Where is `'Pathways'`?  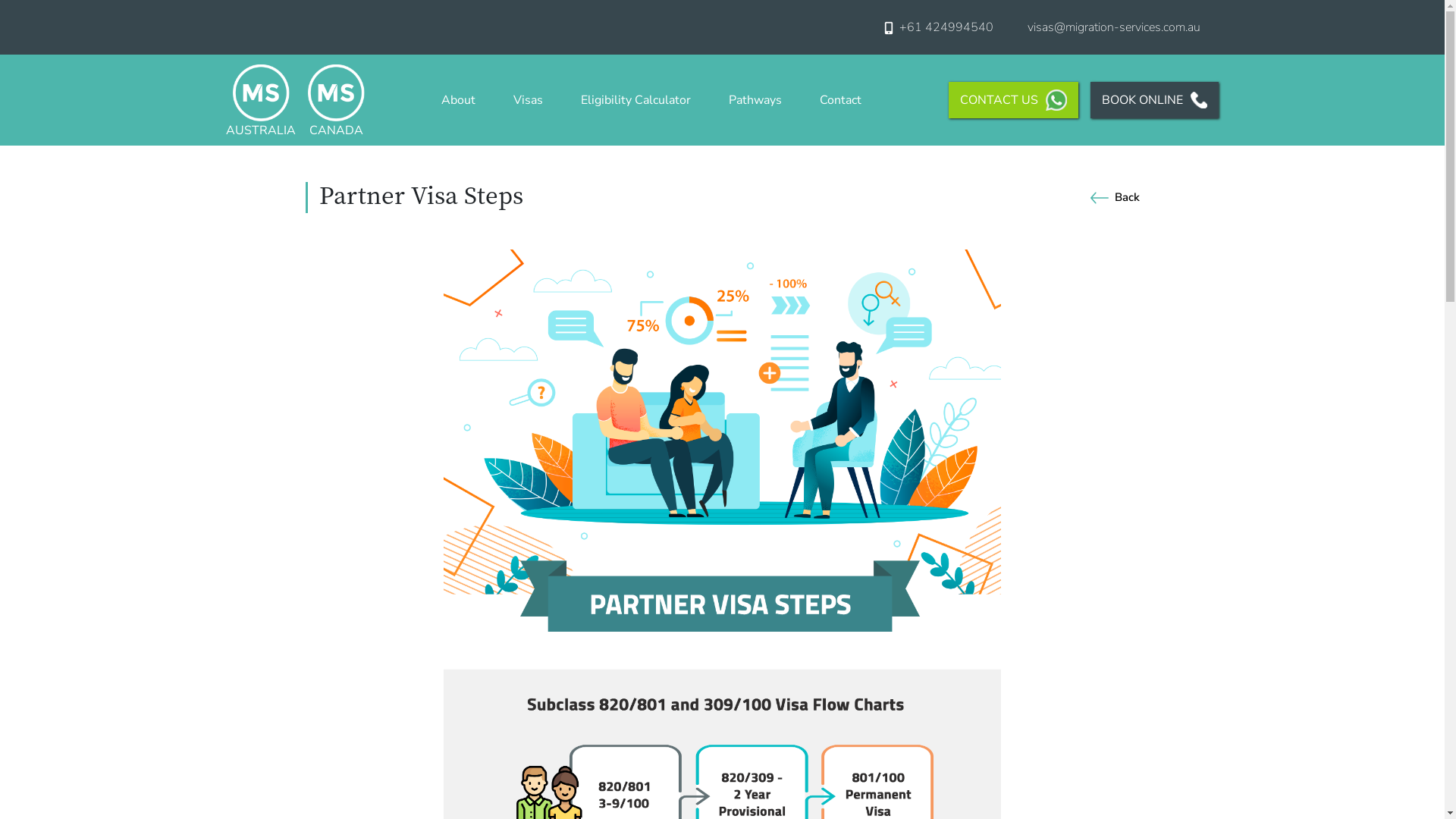 'Pathways' is located at coordinates (723, 99).